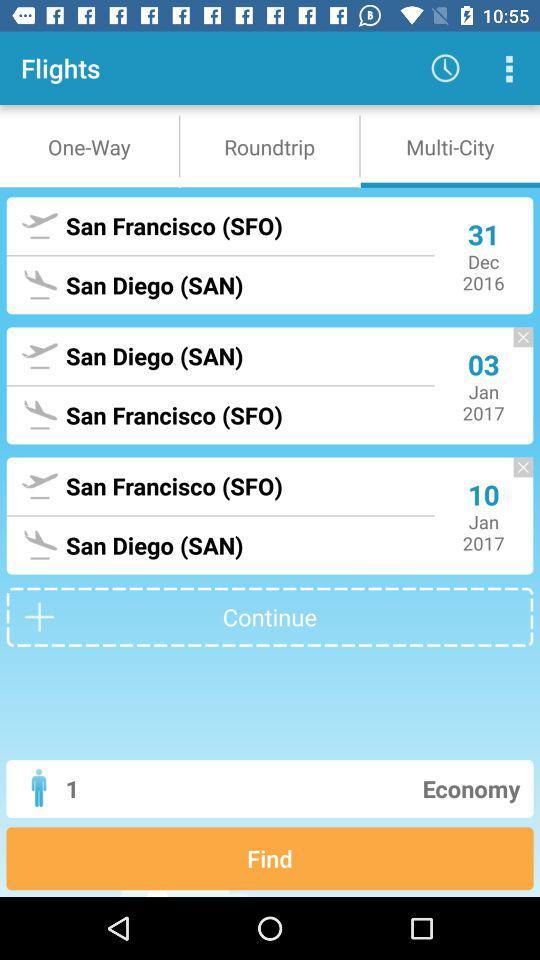 Image resolution: width=540 pixels, height=960 pixels. Describe the element at coordinates (345, 788) in the screenshot. I see `economy item` at that location.